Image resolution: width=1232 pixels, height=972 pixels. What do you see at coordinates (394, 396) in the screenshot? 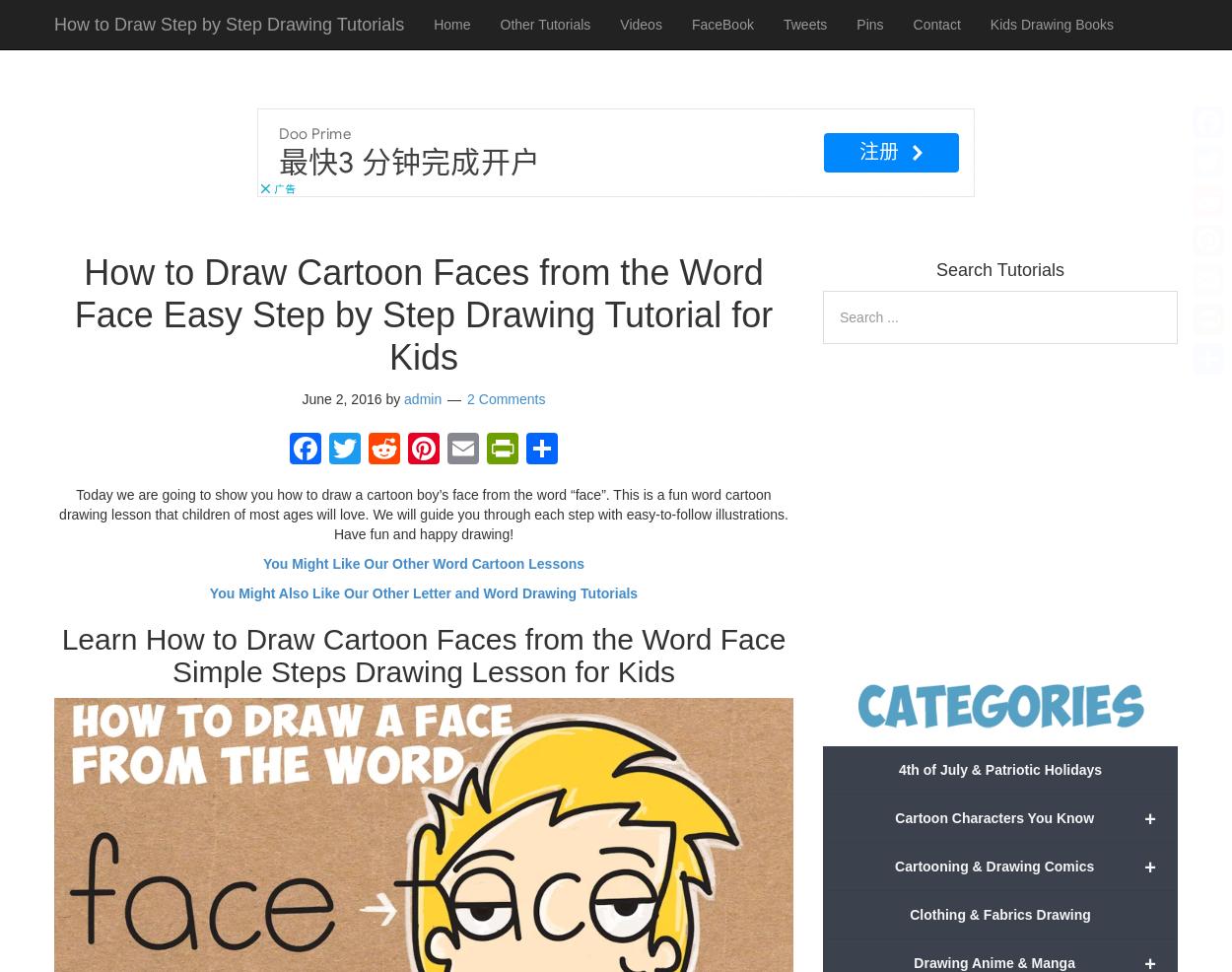
I see `'by'` at bounding box center [394, 396].